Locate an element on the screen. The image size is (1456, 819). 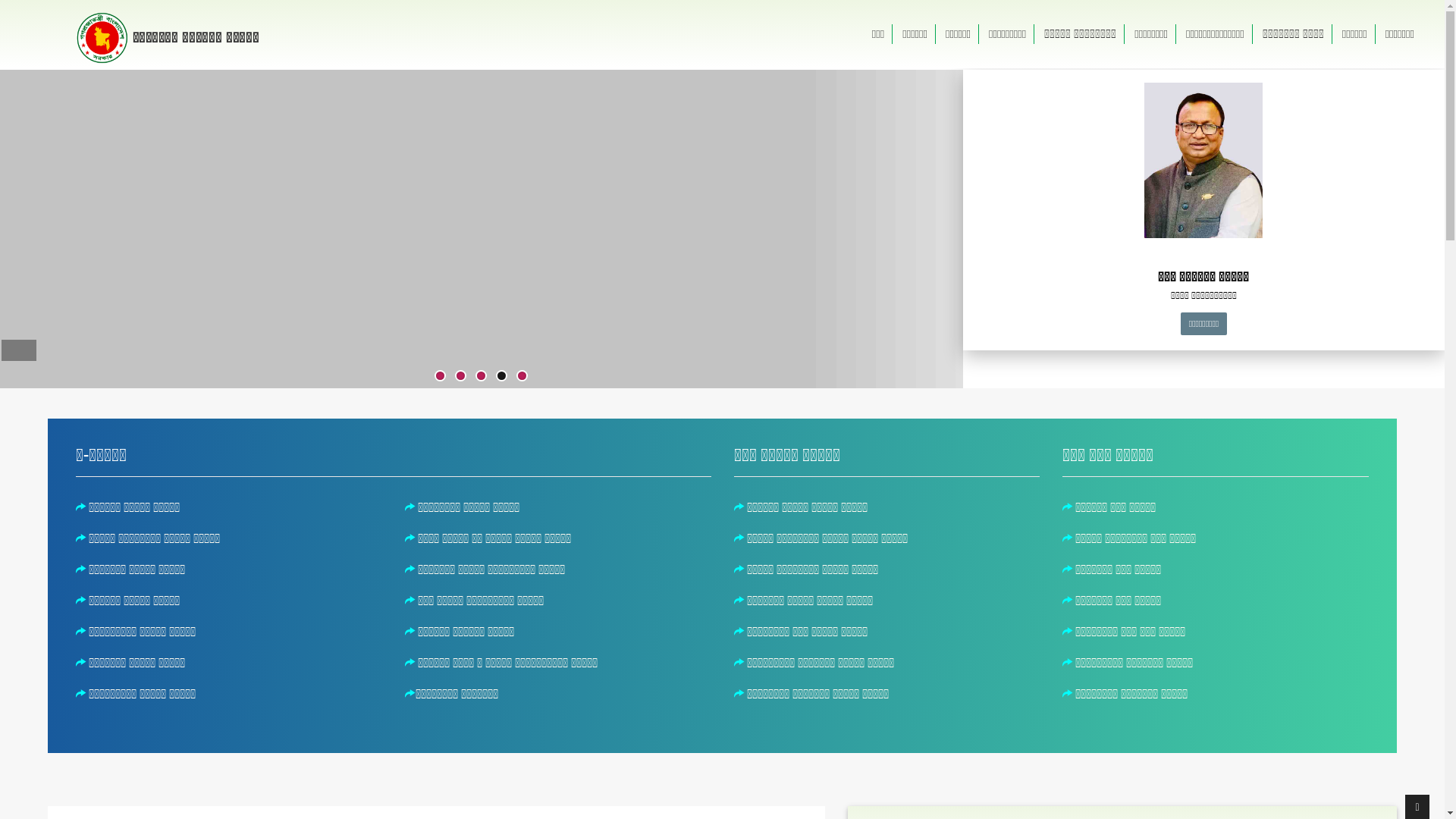
'2' is located at coordinates (460, 375).